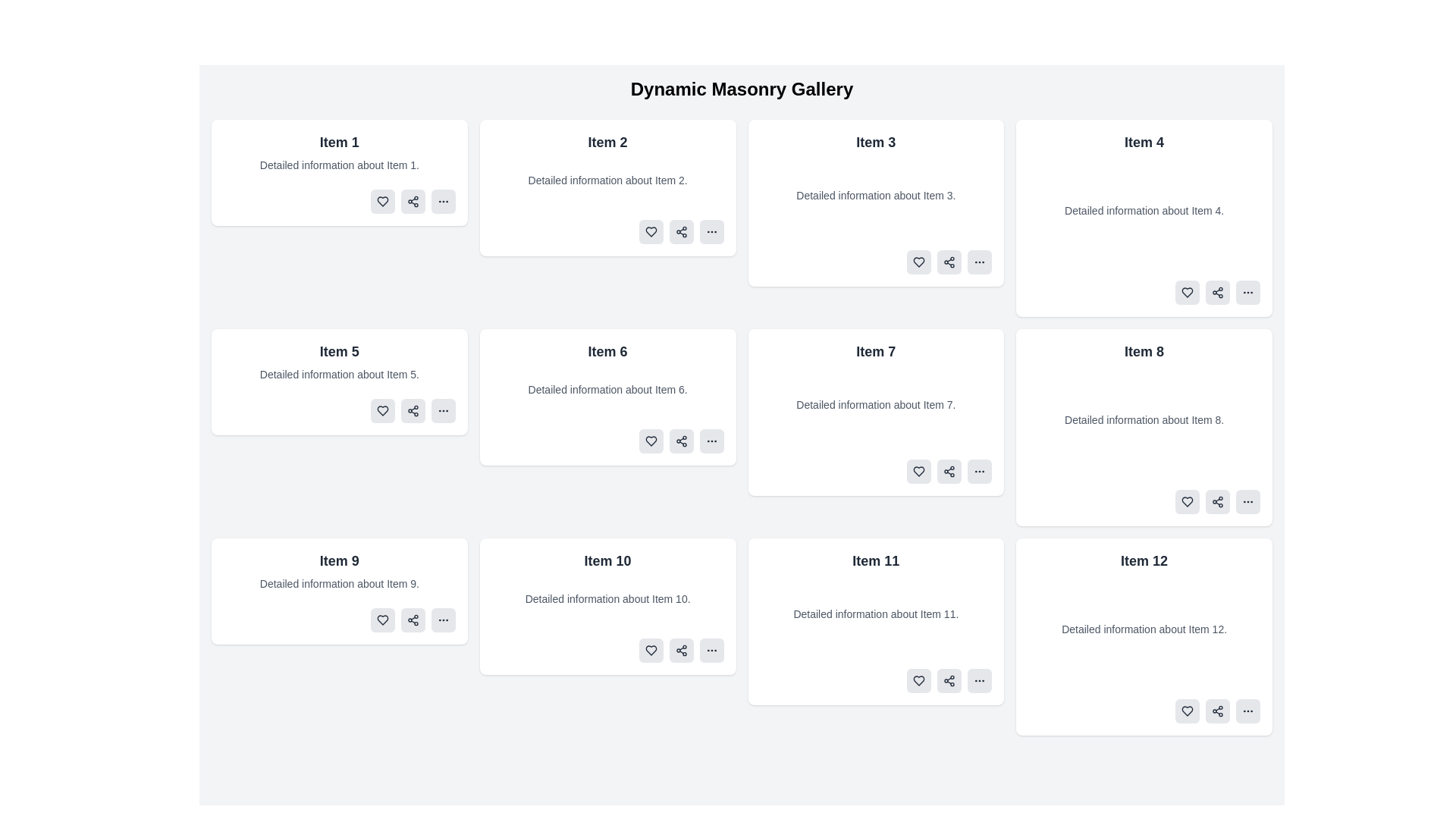 The height and width of the screenshot is (819, 1456). Describe the element at coordinates (680, 231) in the screenshot. I see `the middle button in the group of action buttons located at the bottom-right section of the card labeled 'Item 2'` at that location.